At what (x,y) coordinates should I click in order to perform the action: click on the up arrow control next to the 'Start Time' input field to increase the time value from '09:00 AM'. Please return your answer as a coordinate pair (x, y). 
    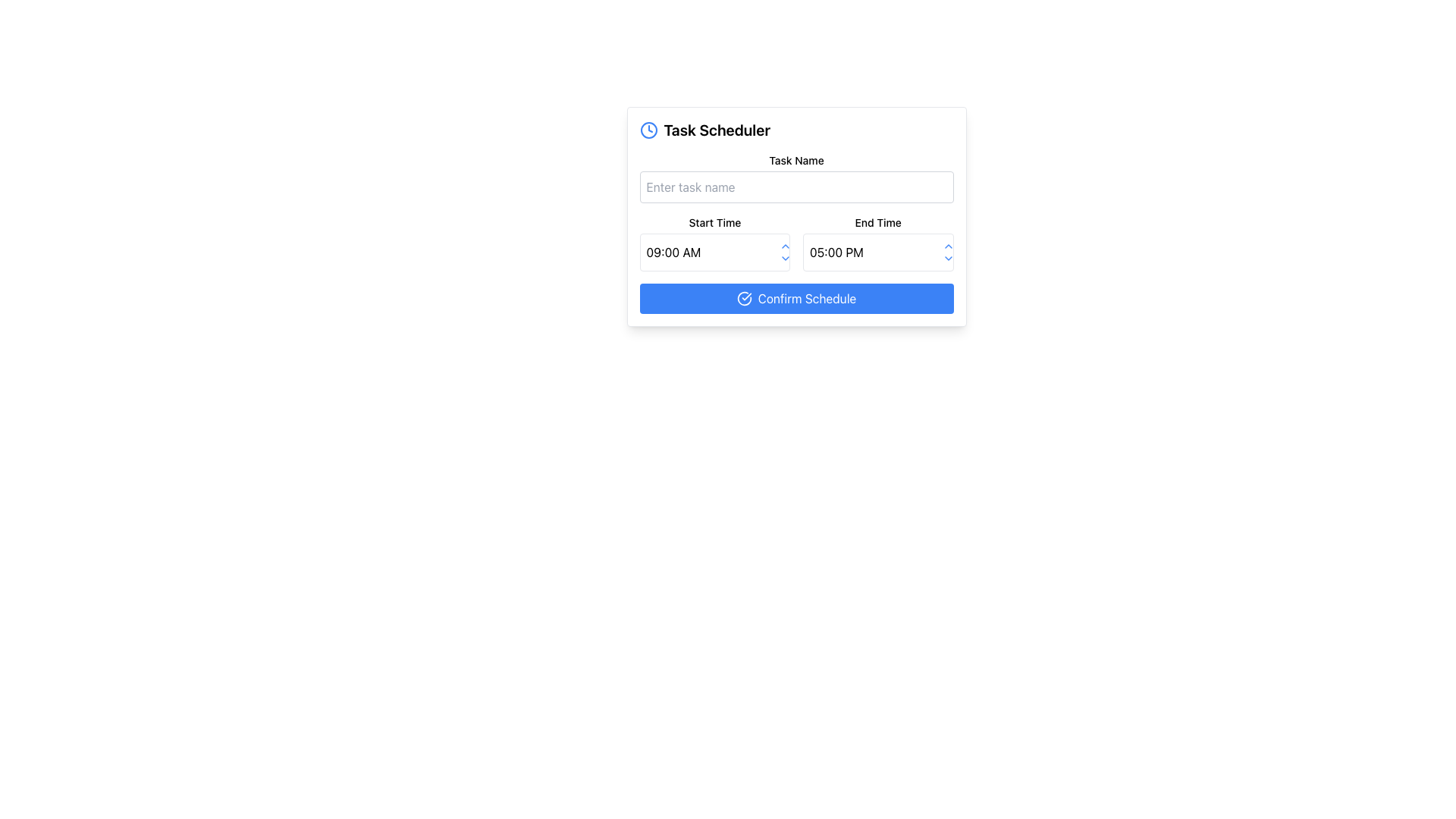
    Looking at the image, I should click on (714, 242).